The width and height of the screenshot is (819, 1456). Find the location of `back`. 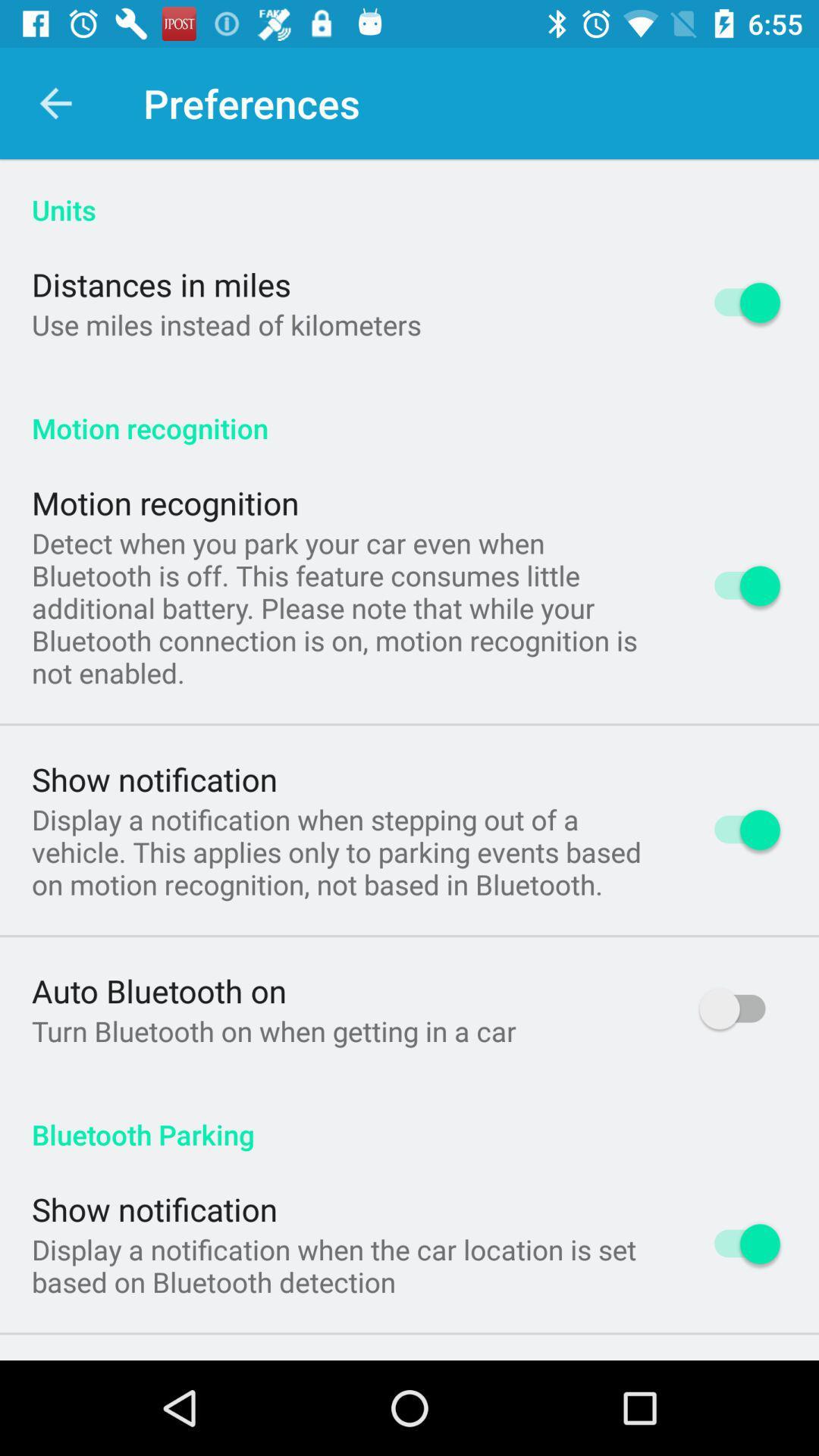

back is located at coordinates (55, 102).